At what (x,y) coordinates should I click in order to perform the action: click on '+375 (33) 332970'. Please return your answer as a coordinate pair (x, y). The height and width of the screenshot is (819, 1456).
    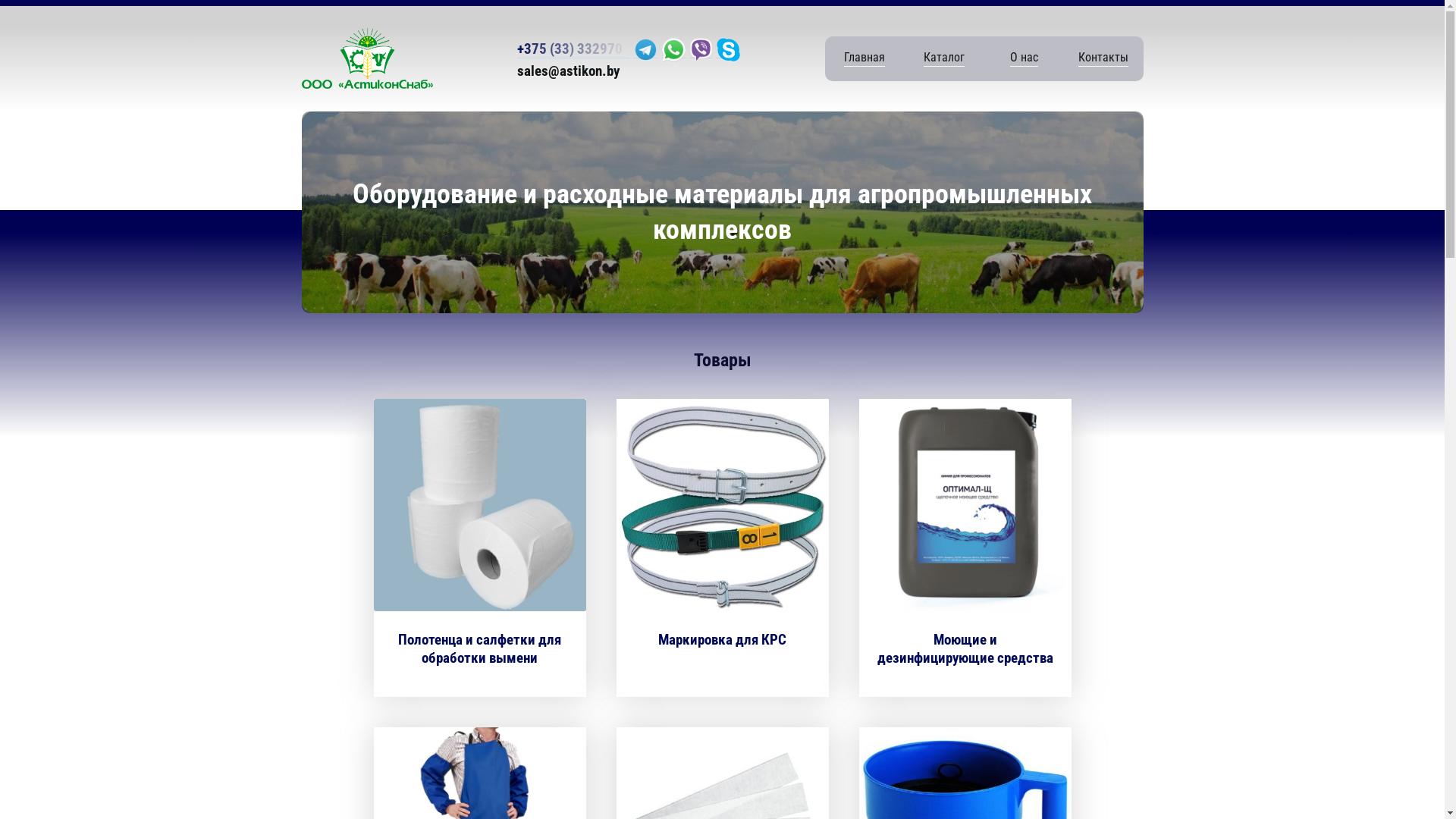
    Looking at the image, I should click on (573, 49).